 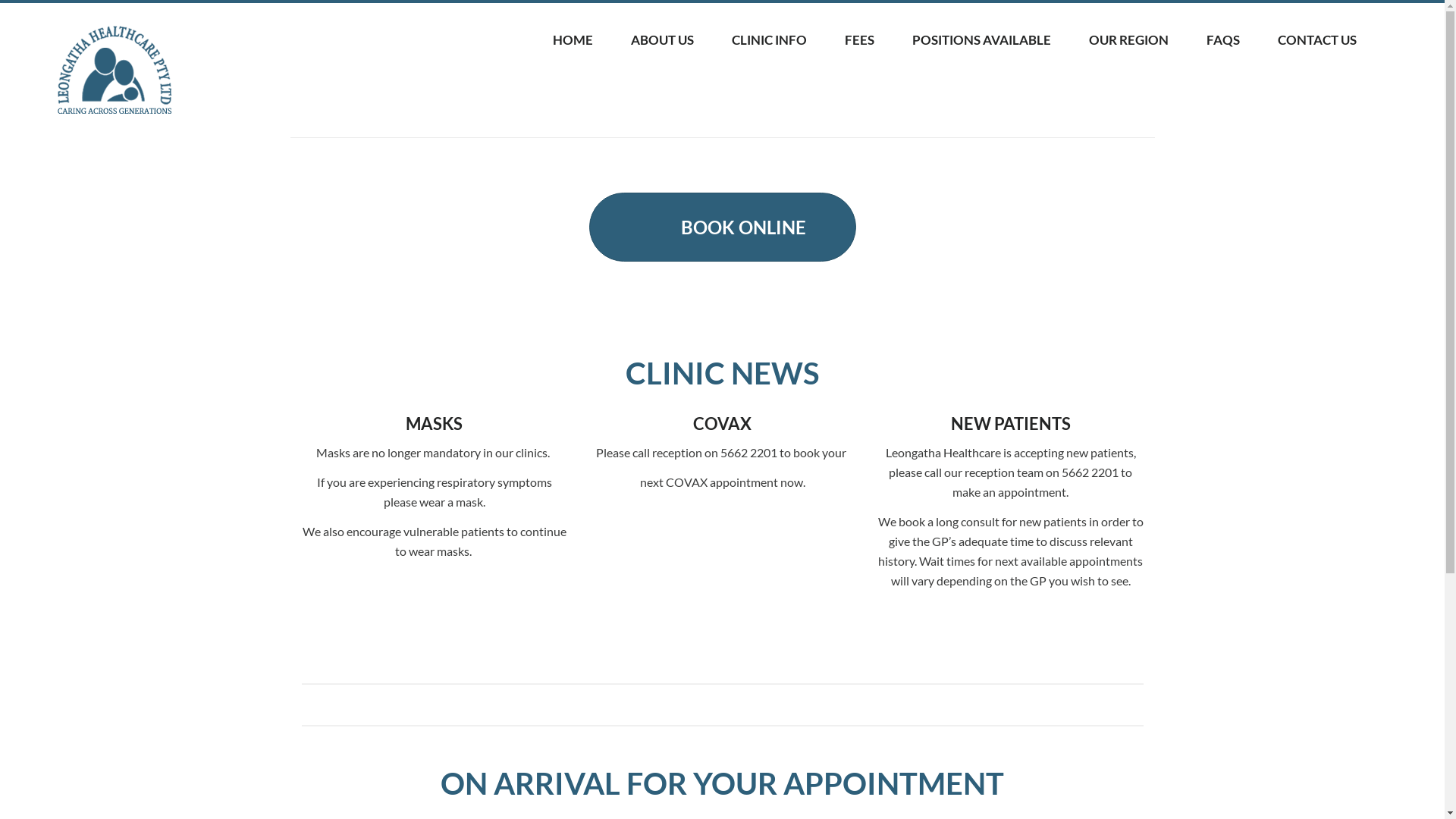 I want to click on 'FAQS', so click(x=1222, y=39).